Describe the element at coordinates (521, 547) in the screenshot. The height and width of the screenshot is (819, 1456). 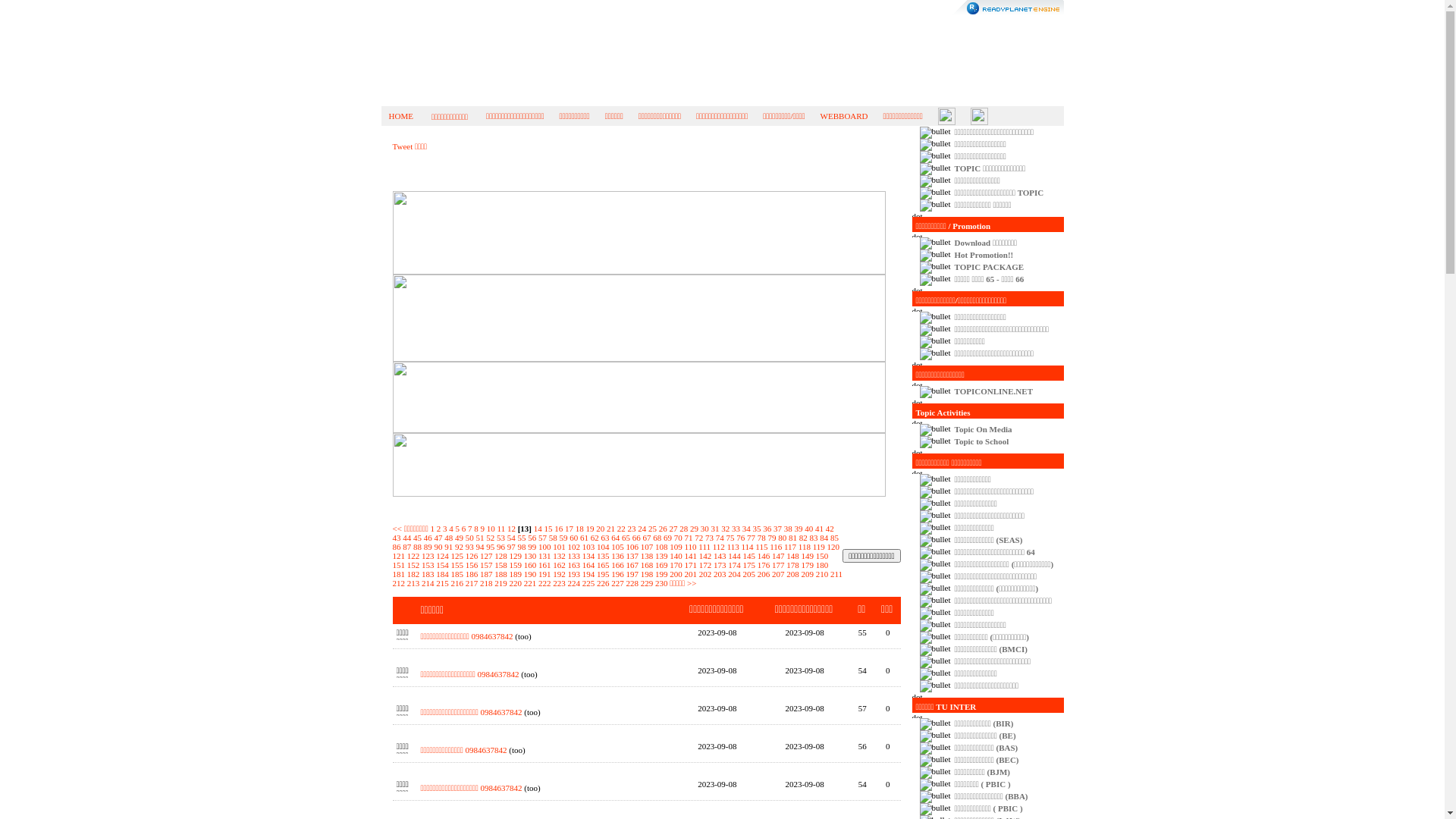
I see `'98'` at that location.